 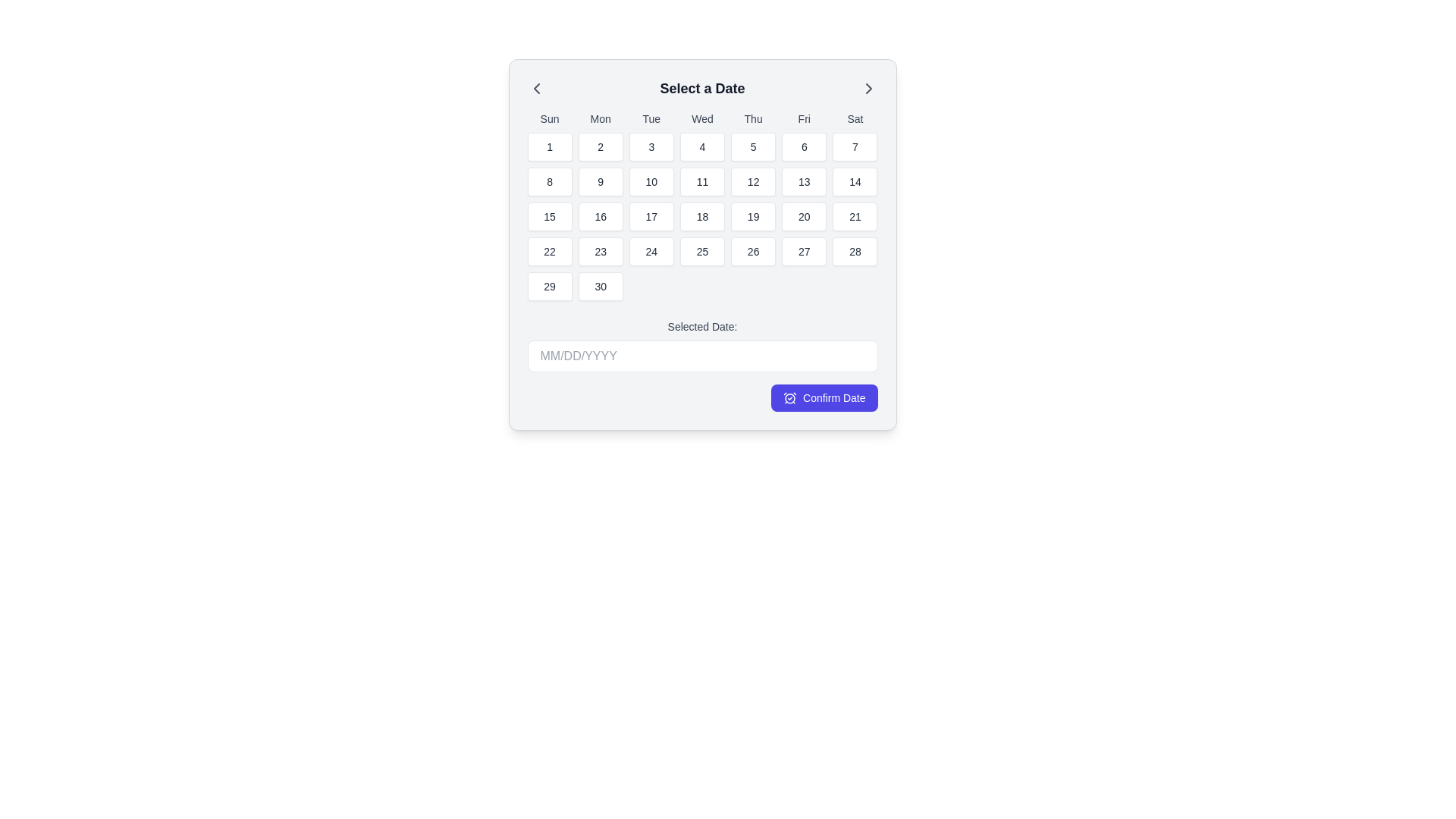 I want to click on the rounded interactive button labeled '1' in the calendar grid under 'Sun', so click(x=548, y=146).